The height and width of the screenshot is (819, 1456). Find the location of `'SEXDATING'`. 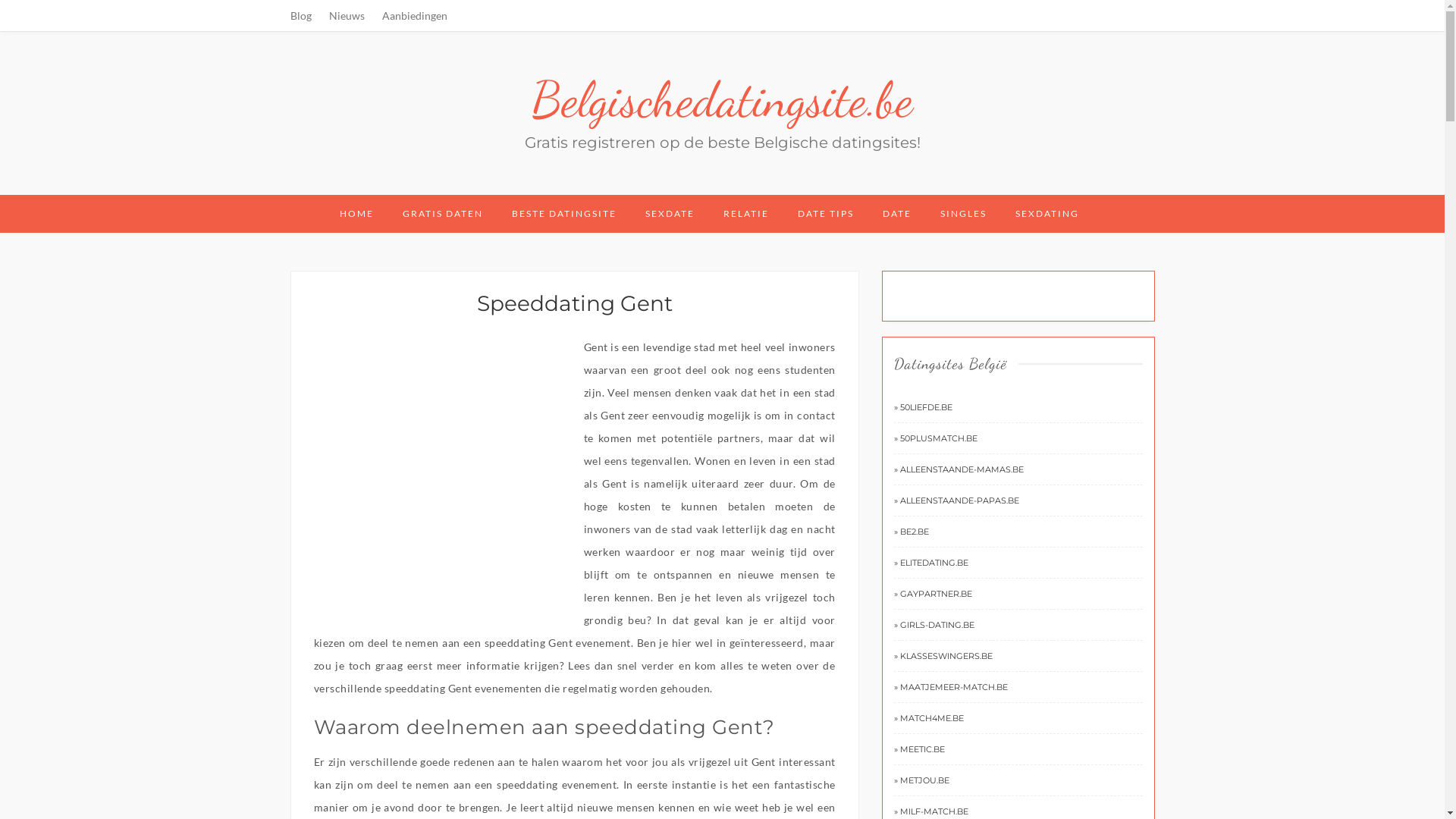

'SEXDATING' is located at coordinates (1046, 213).